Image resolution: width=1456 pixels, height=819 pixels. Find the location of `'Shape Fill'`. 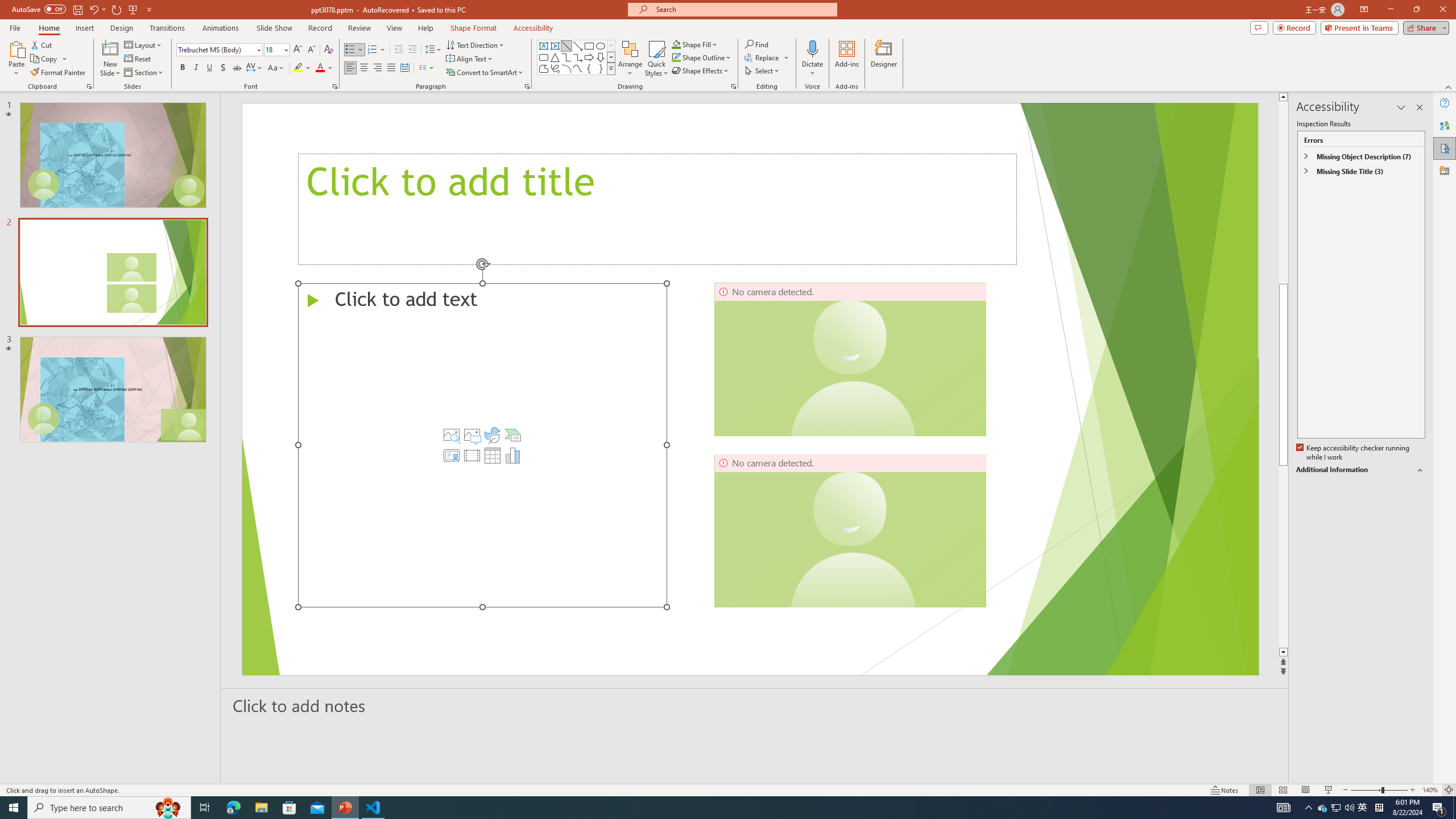

'Shape Fill' is located at coordinates (695, 44).